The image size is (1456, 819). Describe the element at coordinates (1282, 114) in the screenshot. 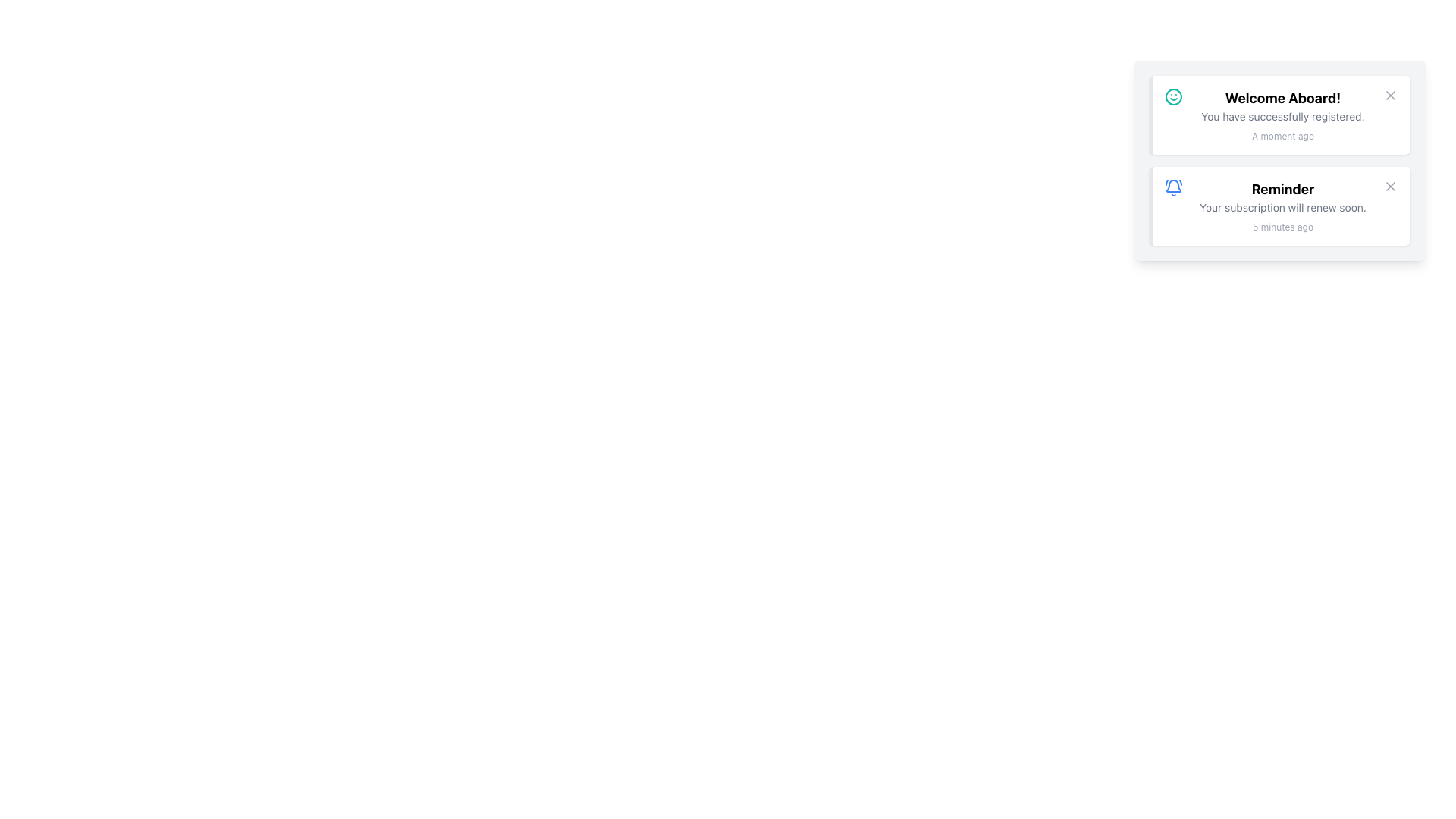

I see `the notification message indicating successful registration, which is located at the top of the notification card, positioned to the right of a smiley face icon and to the left of a close button` at that location.